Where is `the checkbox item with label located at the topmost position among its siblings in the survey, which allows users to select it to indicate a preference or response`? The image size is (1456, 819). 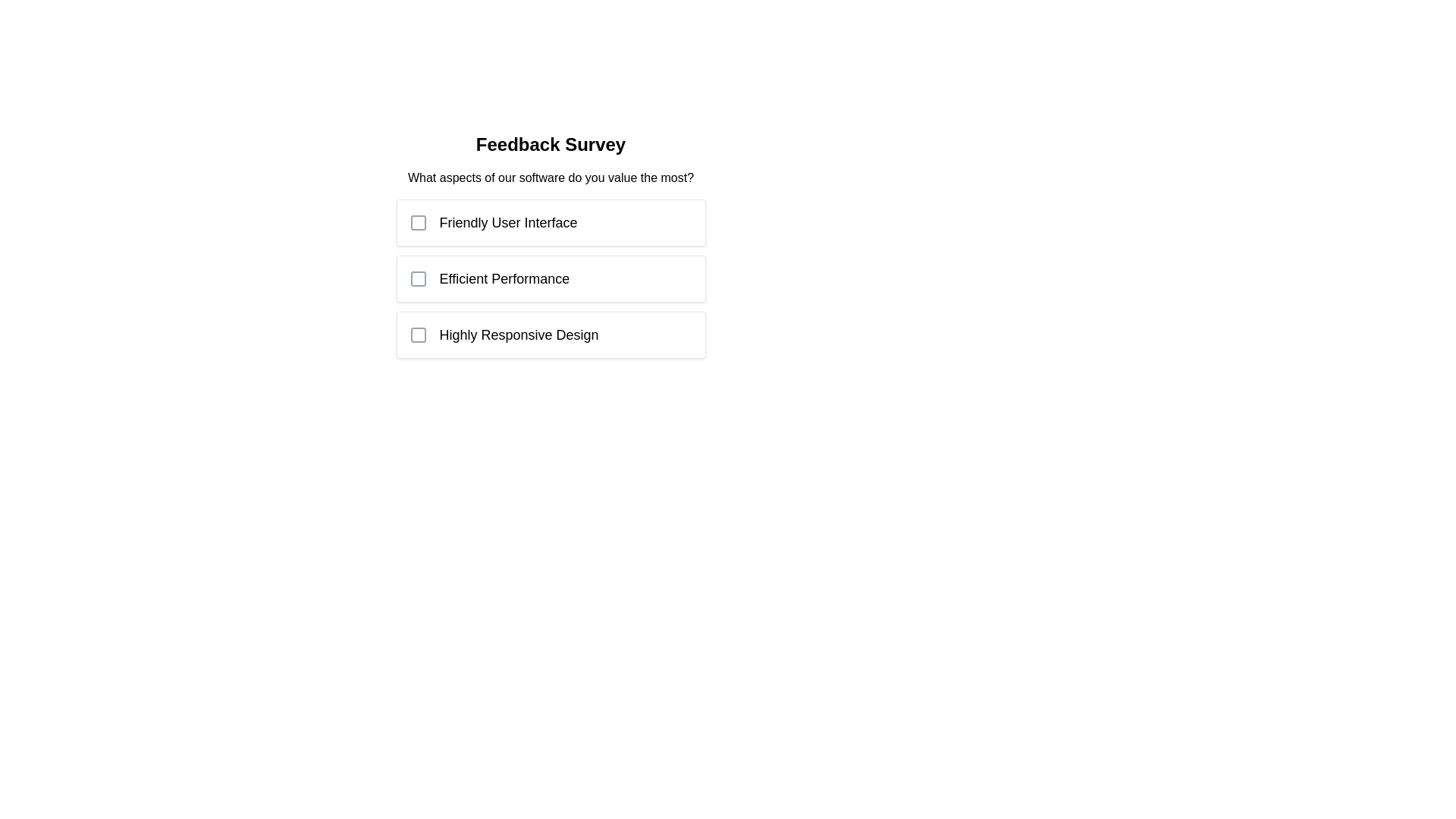 the checkbox item with label located at the topmost position among its siblings in the survey, which allows users to select it to indicate a preference or response is located at coordinates (550, 222).